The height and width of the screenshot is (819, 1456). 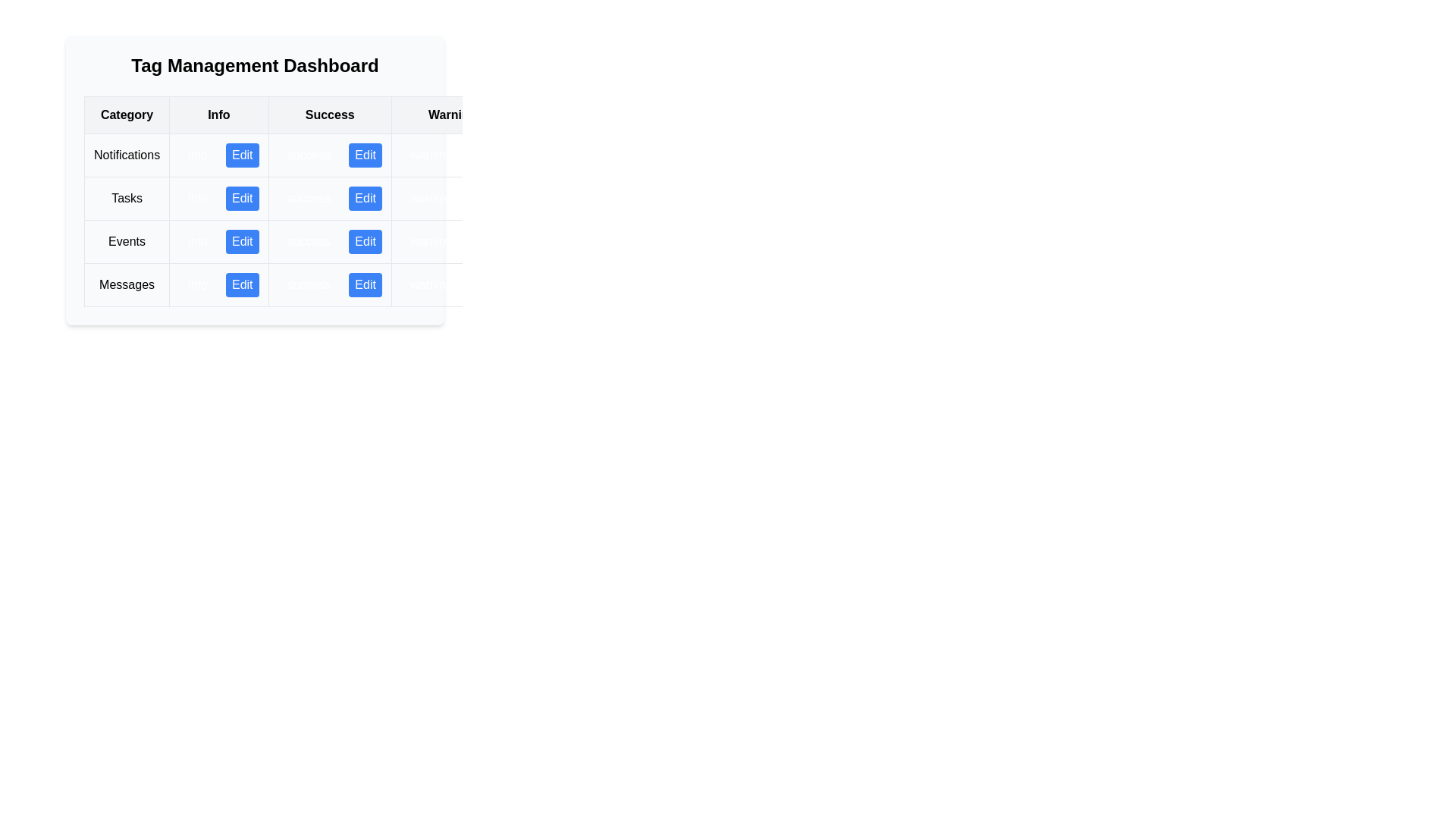 I want to click on the edit button located in the fourth row under the 'Info' column, next to the 'info' badge, so click(x=241, y=284).